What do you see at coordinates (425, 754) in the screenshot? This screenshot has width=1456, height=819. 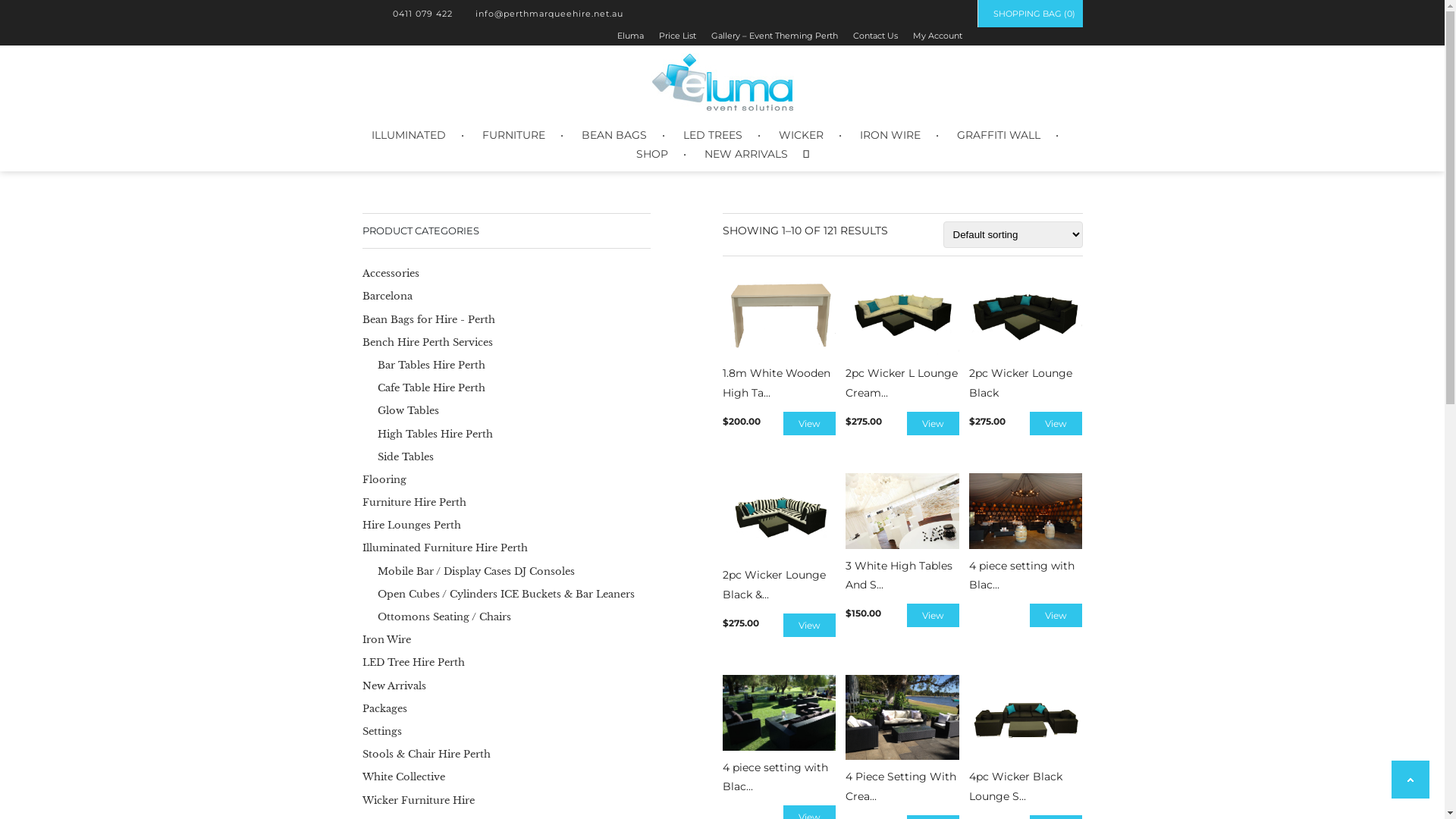 I see `'Stools & Chair Hire Perth'` at bounding box center [425, 754].